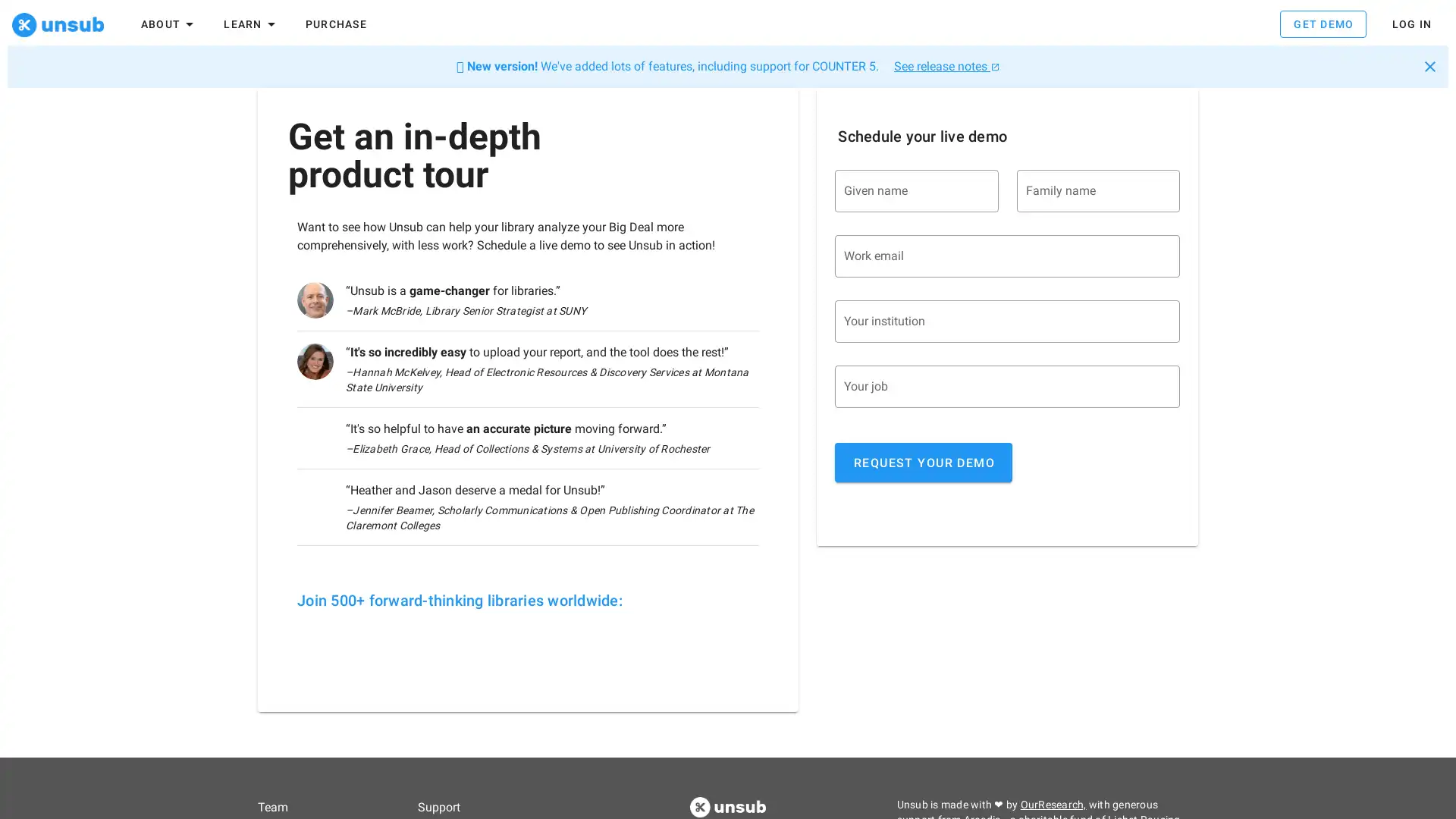 The width and height of the screenshot is (1456, 819). I want to click on ABOUT, so click(168, 24).